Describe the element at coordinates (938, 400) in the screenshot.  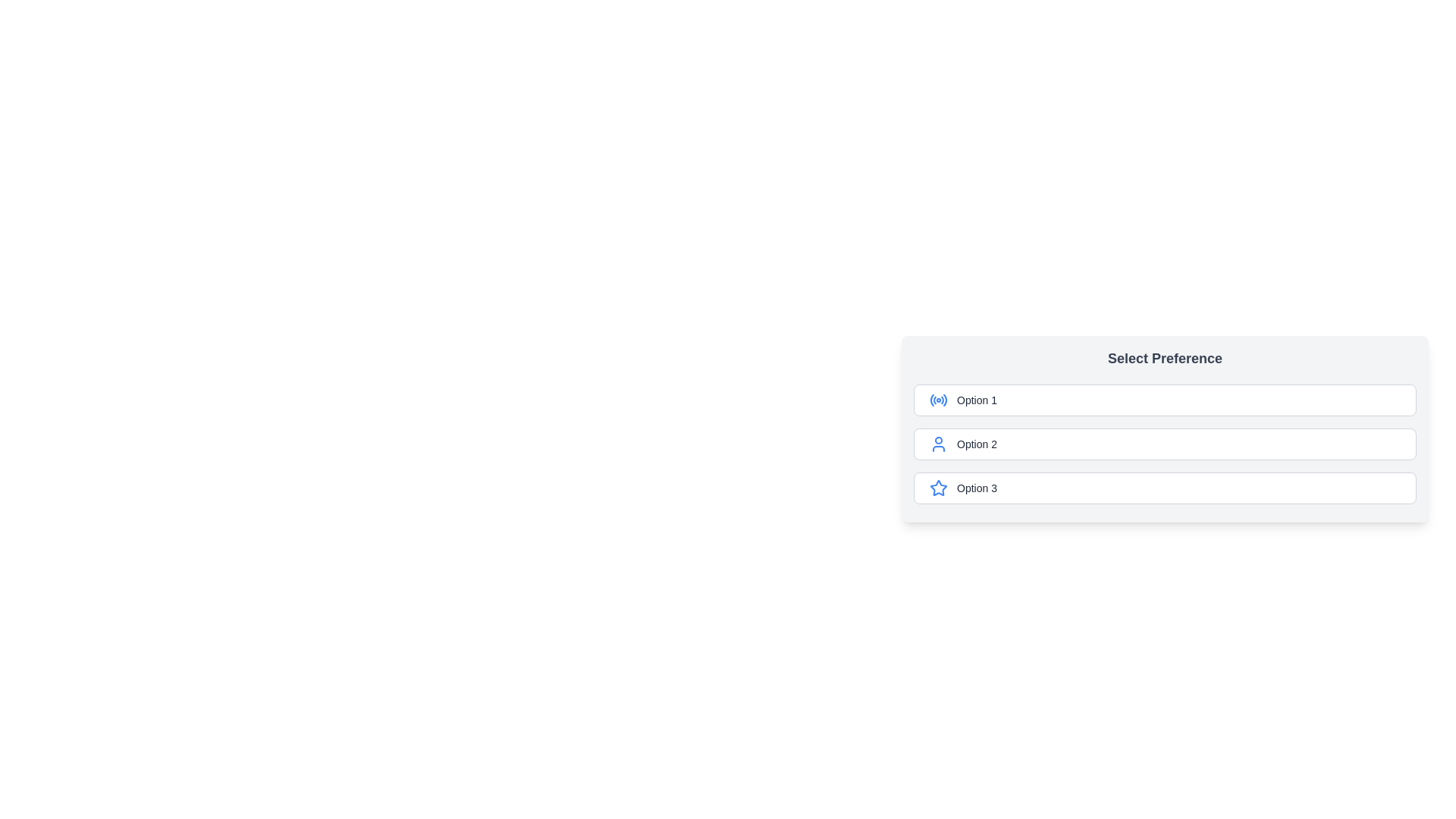
I see `the icon representing 'Option 1' in the selection list, which is the first option in the vertical list` at that location.